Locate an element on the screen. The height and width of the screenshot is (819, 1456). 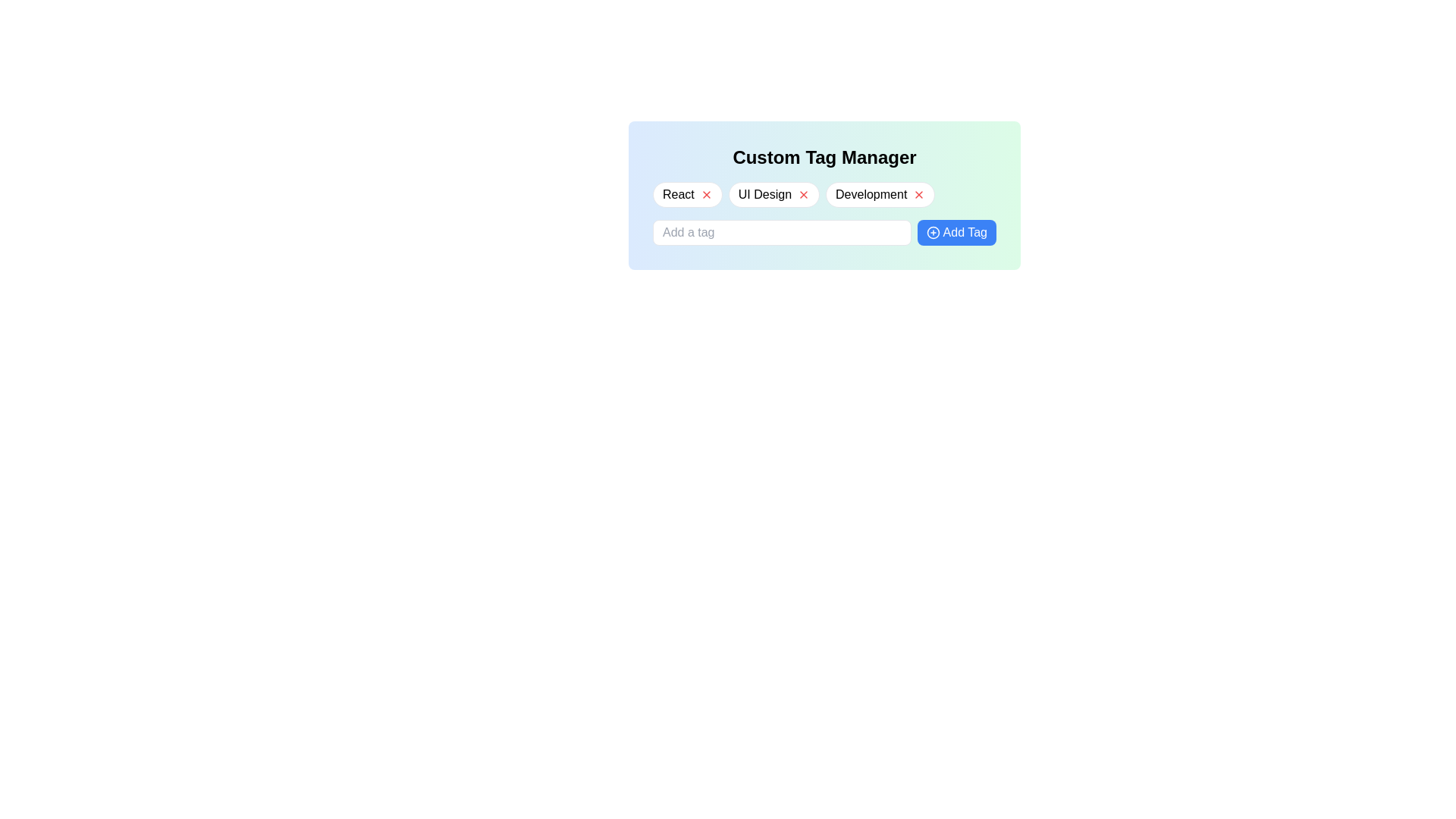
the second tag in the 'Custom Tag Manager' section to activate highlighting effects is located at coordinates (773, 194).